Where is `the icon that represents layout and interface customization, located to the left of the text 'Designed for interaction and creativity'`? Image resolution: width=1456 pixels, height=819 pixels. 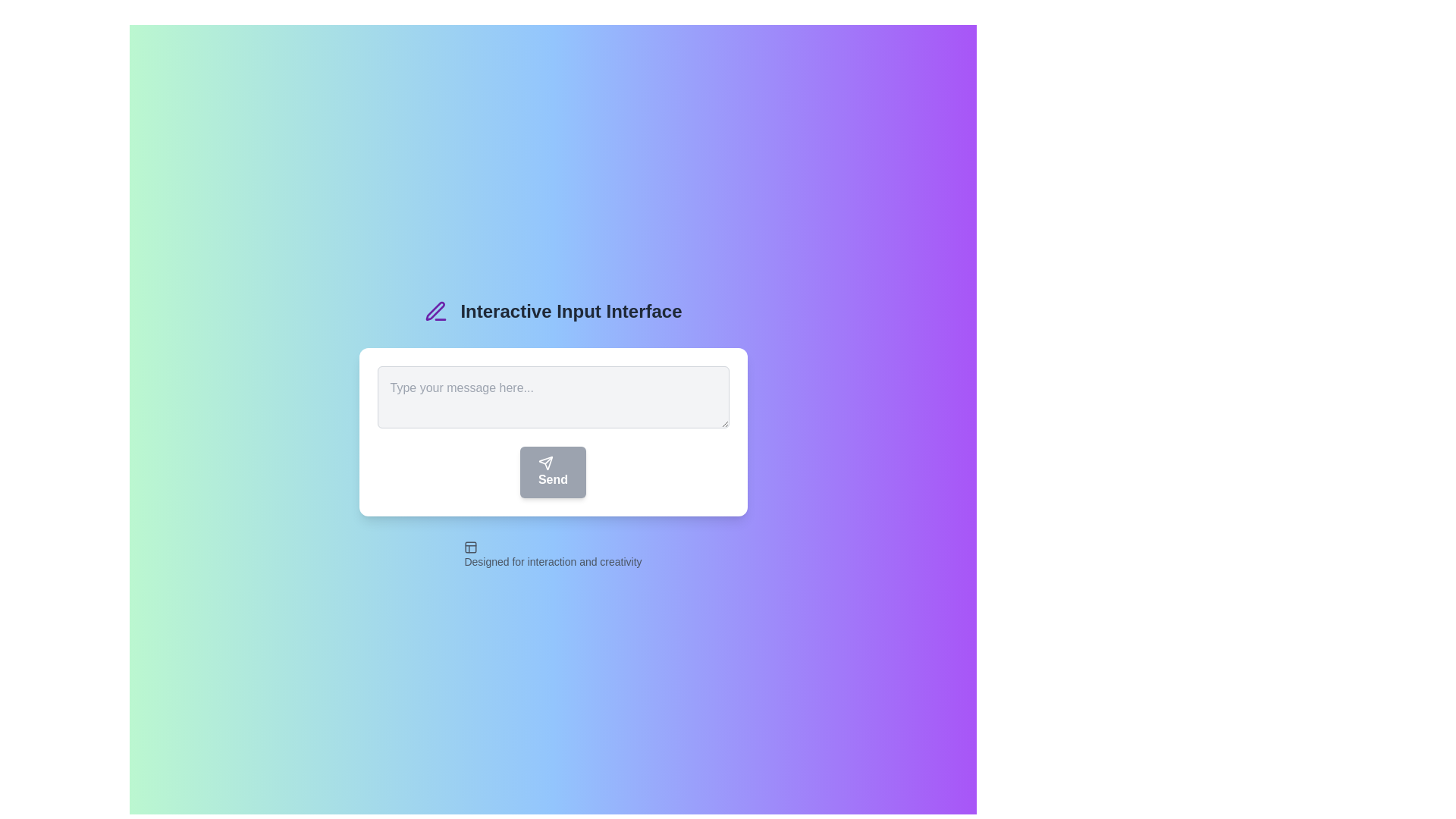 the icon that represents layout and interface customization, located to the left of the text 'Designed for interaction and creativity' is located at coordinates (470, 547).